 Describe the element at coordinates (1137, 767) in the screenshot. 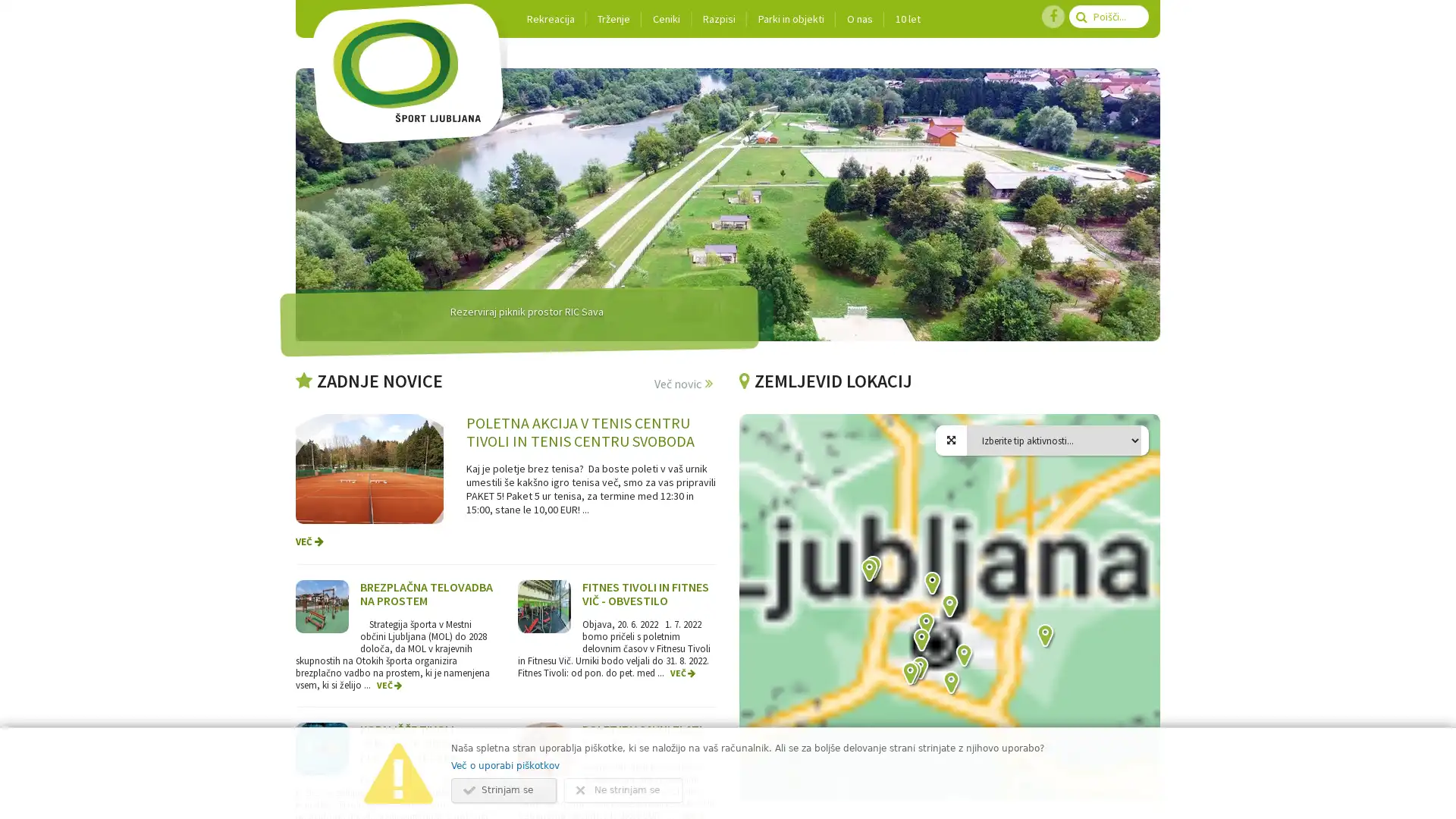

I see `Pomanjsaj` at that location.